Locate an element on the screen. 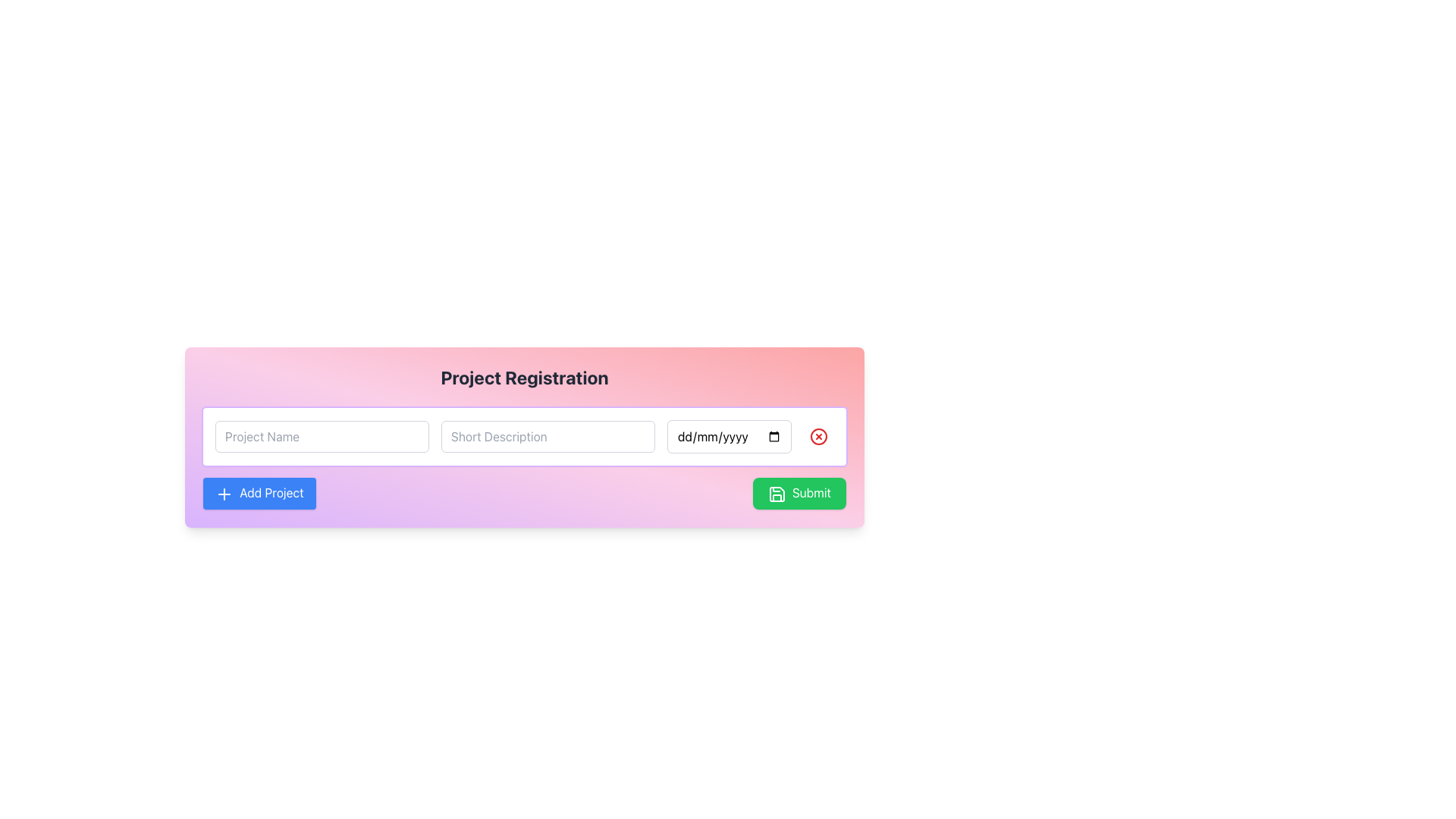  the circular clear button icon located to the right of the date input field for resetting the selected date is located at coordinates (818, 436).